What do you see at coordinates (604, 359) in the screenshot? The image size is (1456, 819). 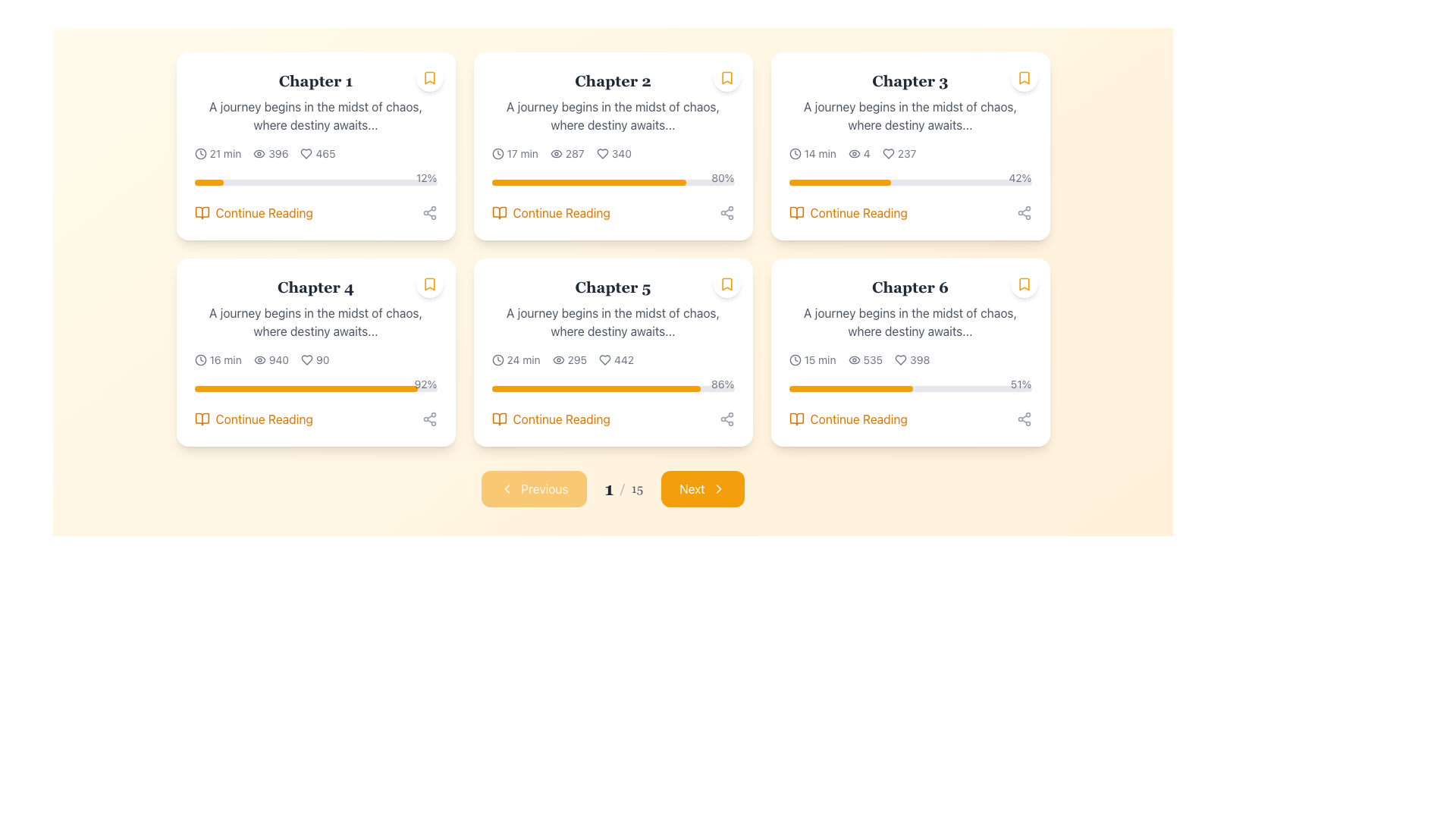 I see `the heart-shaped SVG icon representing a 'like' or 'favorite' count located to the left of the number '442' in the Chapter 5 card, positioned in the second row and first column of the grid layout` at bounding box center [604, 359].